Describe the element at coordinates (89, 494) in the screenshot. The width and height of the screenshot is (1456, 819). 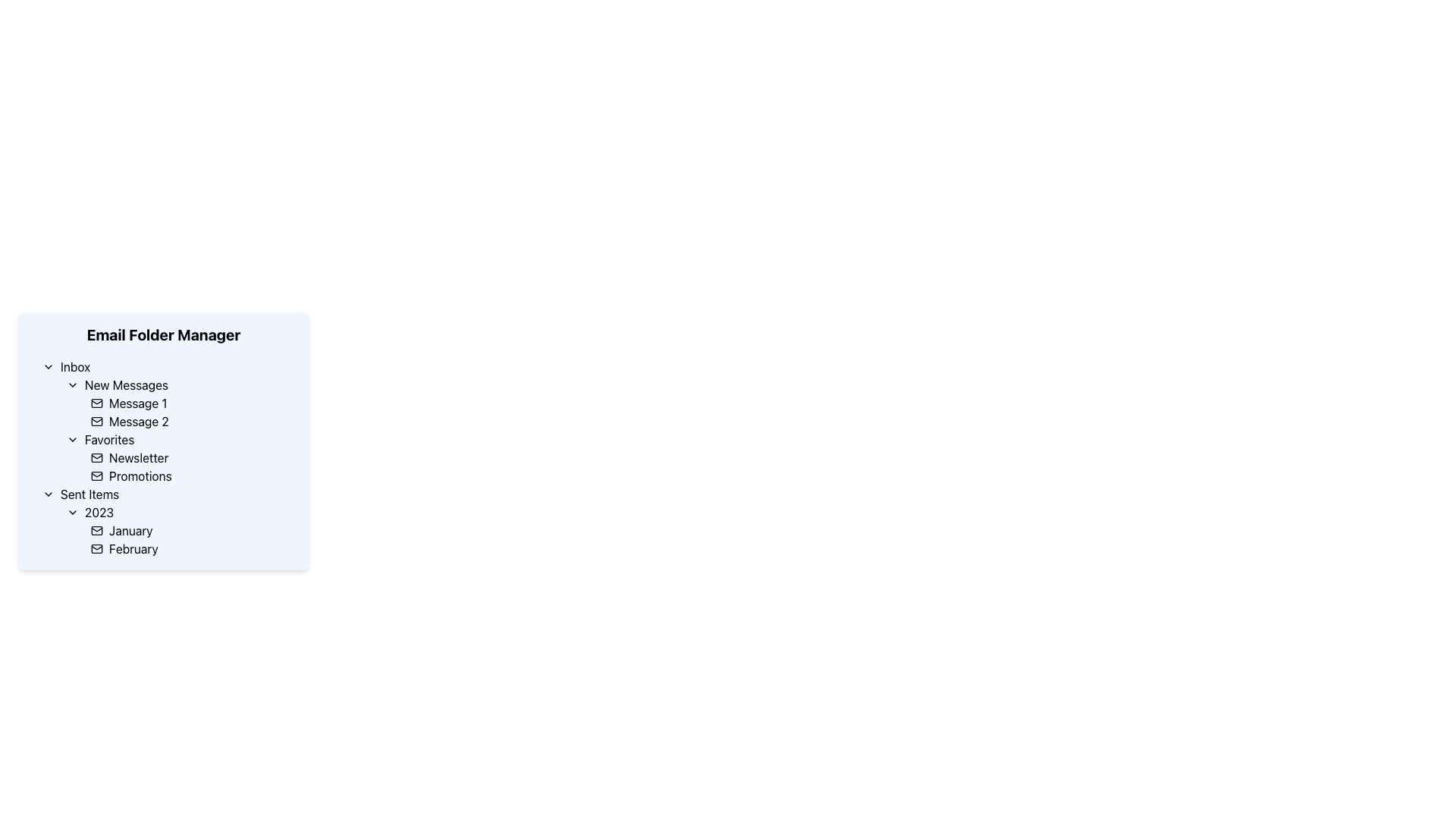
I see `the 'Sent Items' text label located under the 'Email Folder Manager' section in the left panel` at that location.